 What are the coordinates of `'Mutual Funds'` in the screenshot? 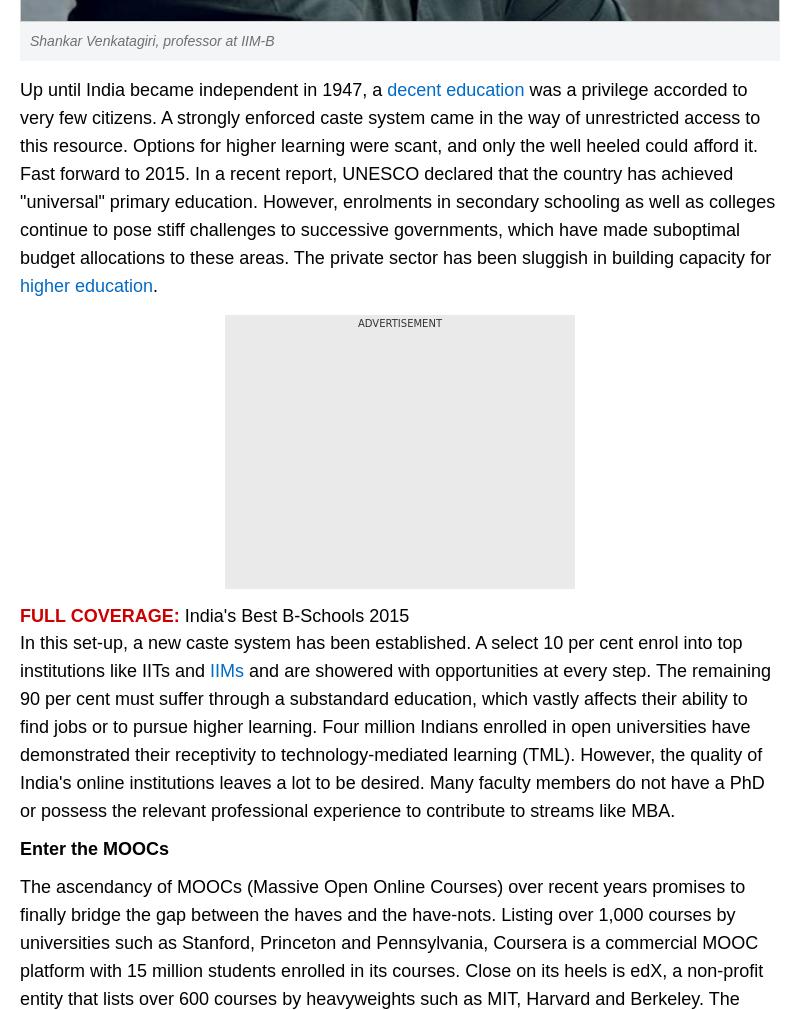 It's located at (75, 663).